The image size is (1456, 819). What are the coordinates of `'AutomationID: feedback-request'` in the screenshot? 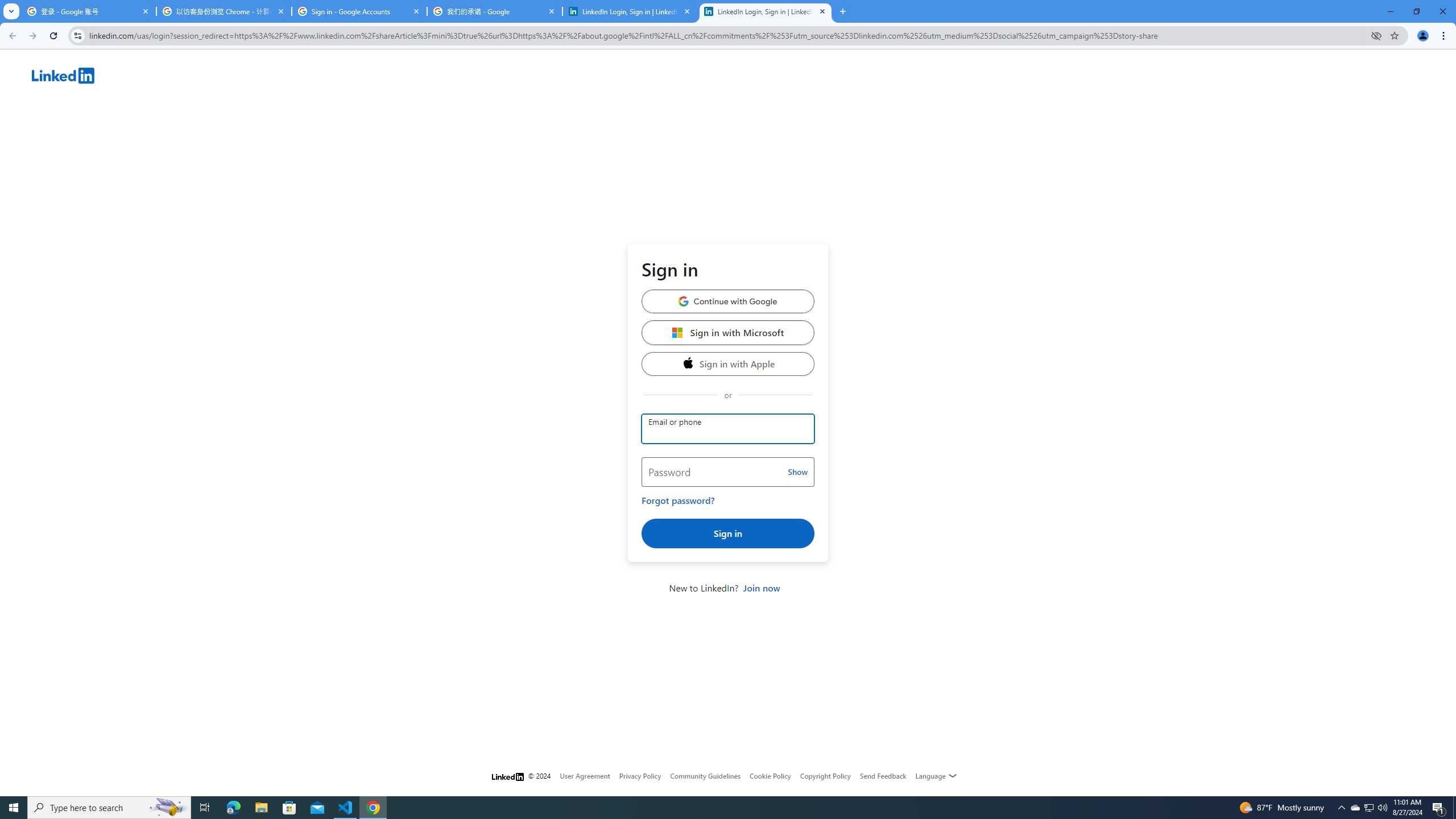 It's located at (883, 775).